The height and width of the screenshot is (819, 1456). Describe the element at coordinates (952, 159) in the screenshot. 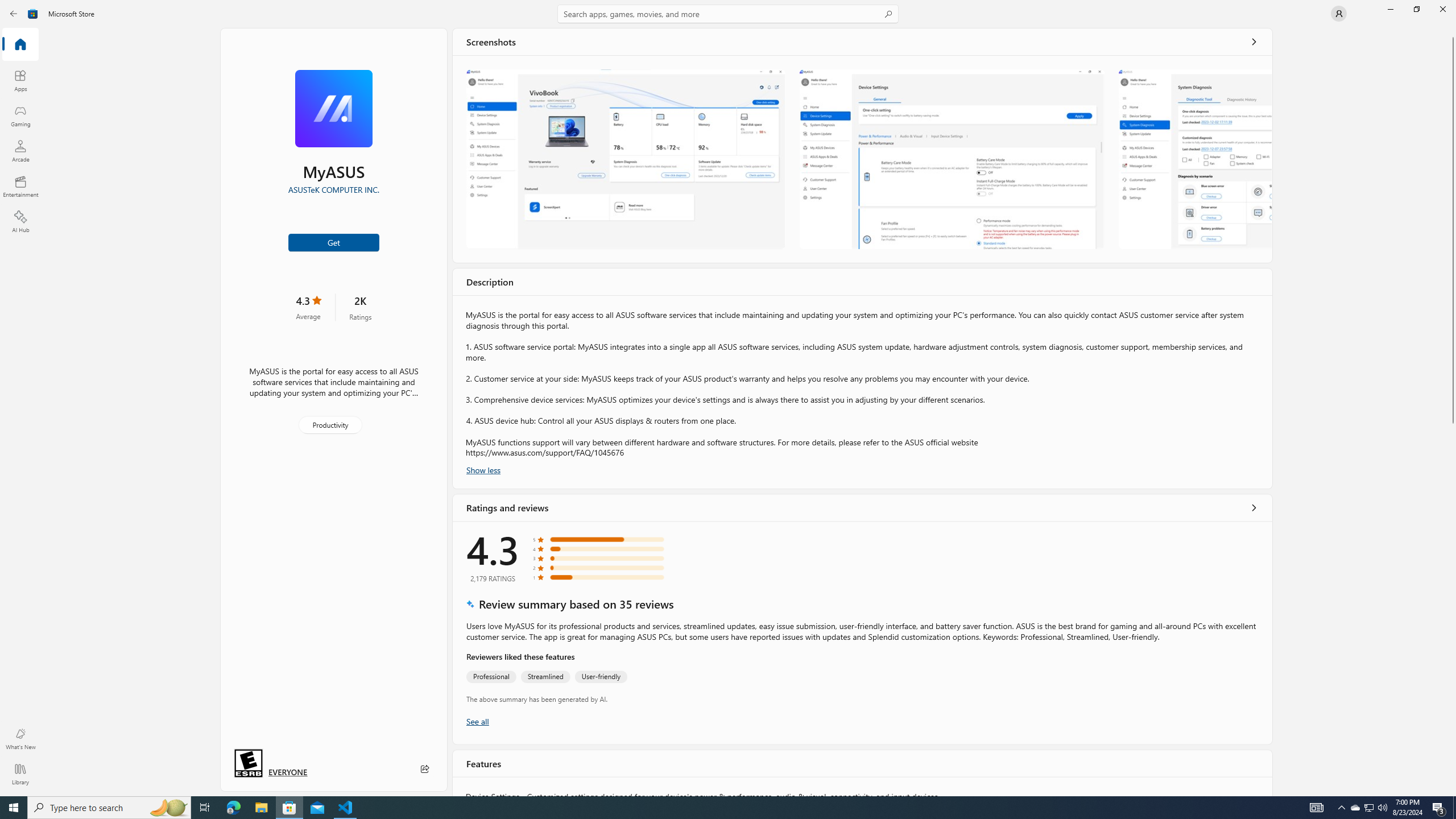

I see `'Screenshot 2'` at that location.